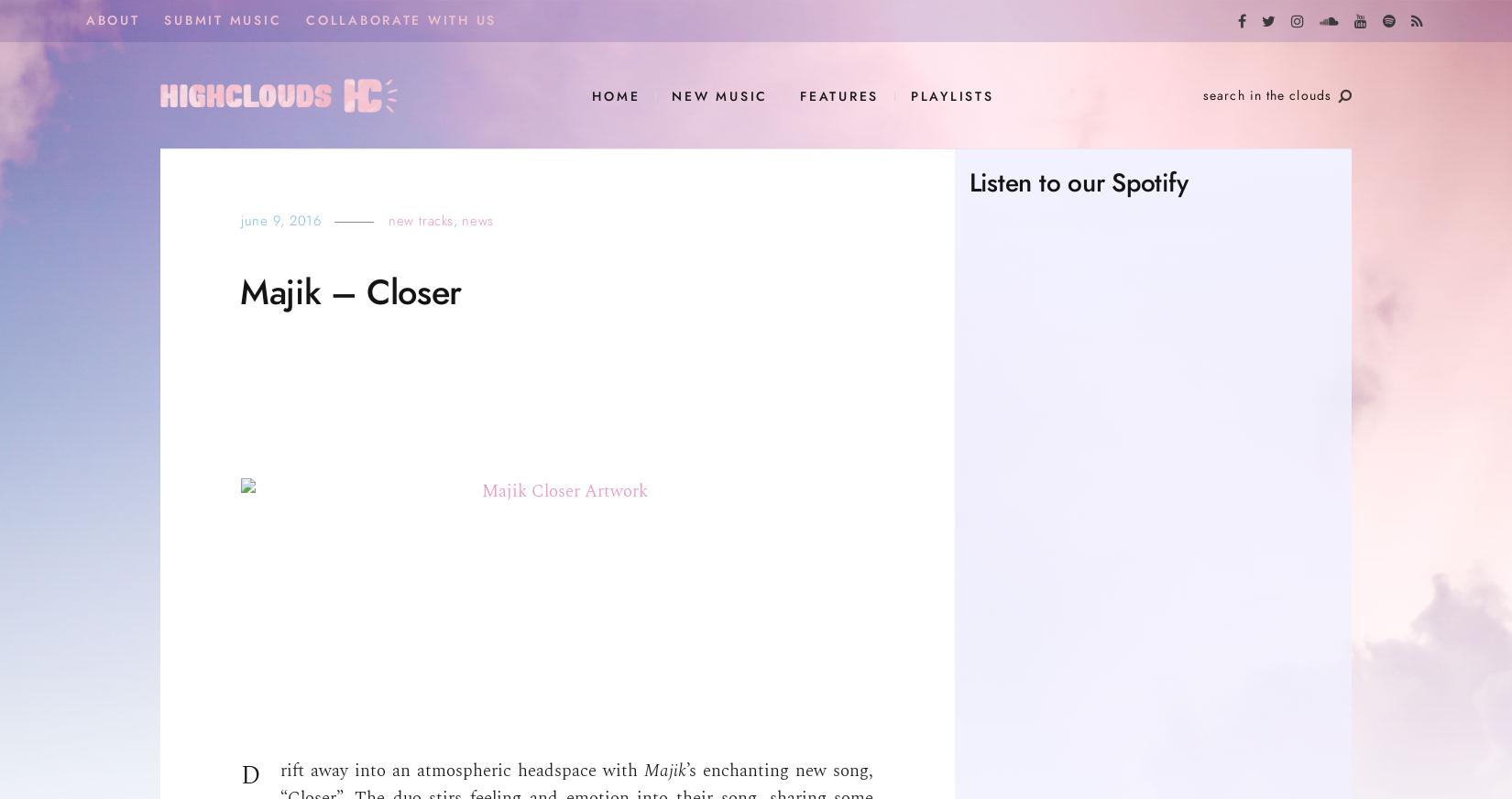  I want to click on 'News', so click(477, 220).